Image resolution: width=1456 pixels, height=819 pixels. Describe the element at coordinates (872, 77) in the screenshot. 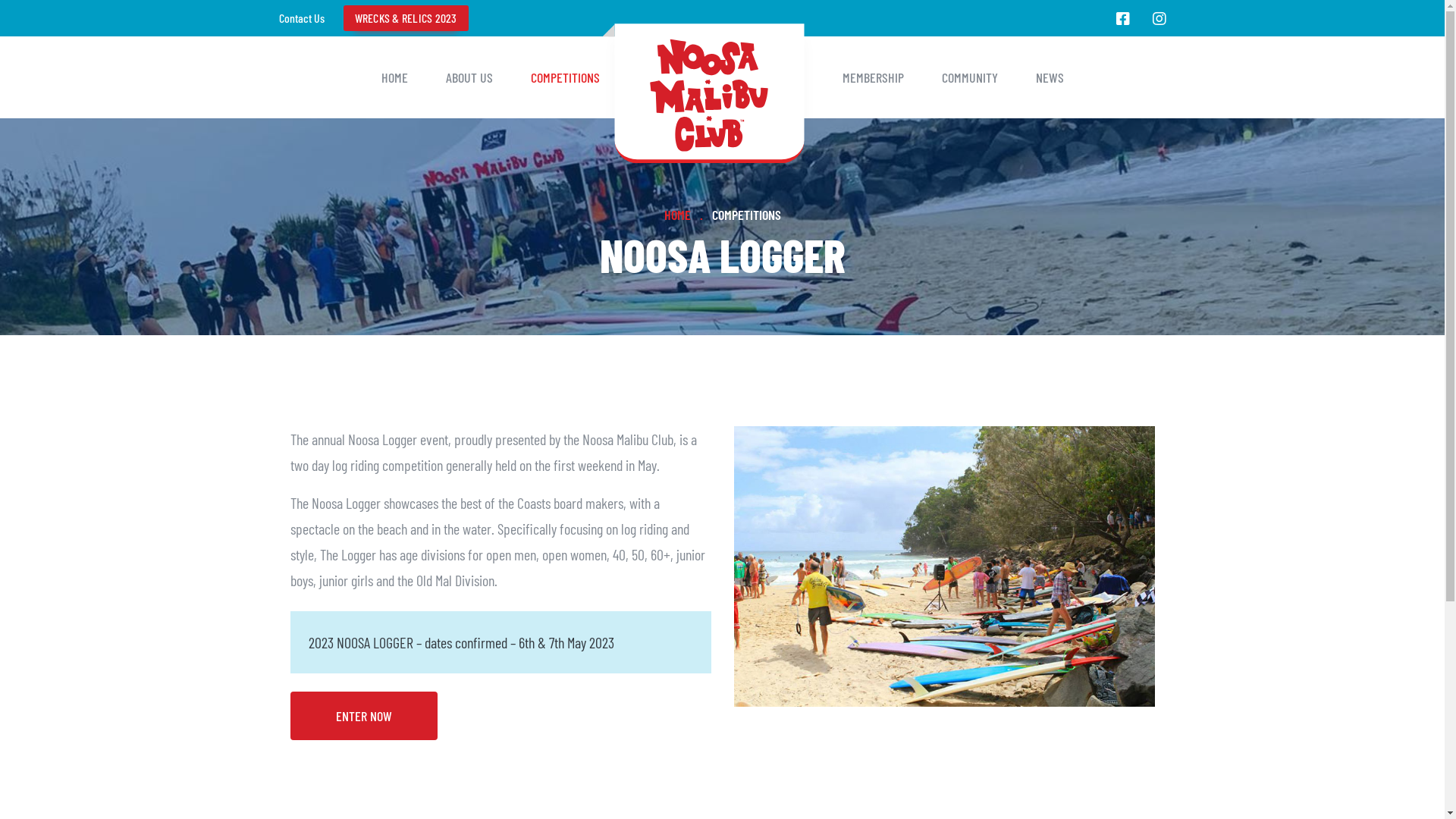

I see `'MEMBERSHIP'` at that location.